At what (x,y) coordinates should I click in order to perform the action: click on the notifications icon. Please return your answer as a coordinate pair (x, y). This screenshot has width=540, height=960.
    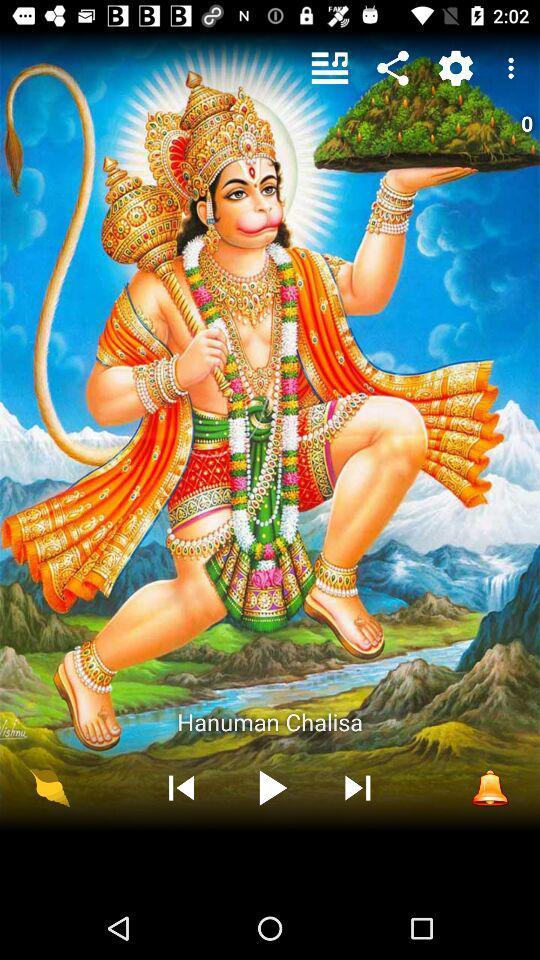
    Looking at the image, I should click on (489, 787).